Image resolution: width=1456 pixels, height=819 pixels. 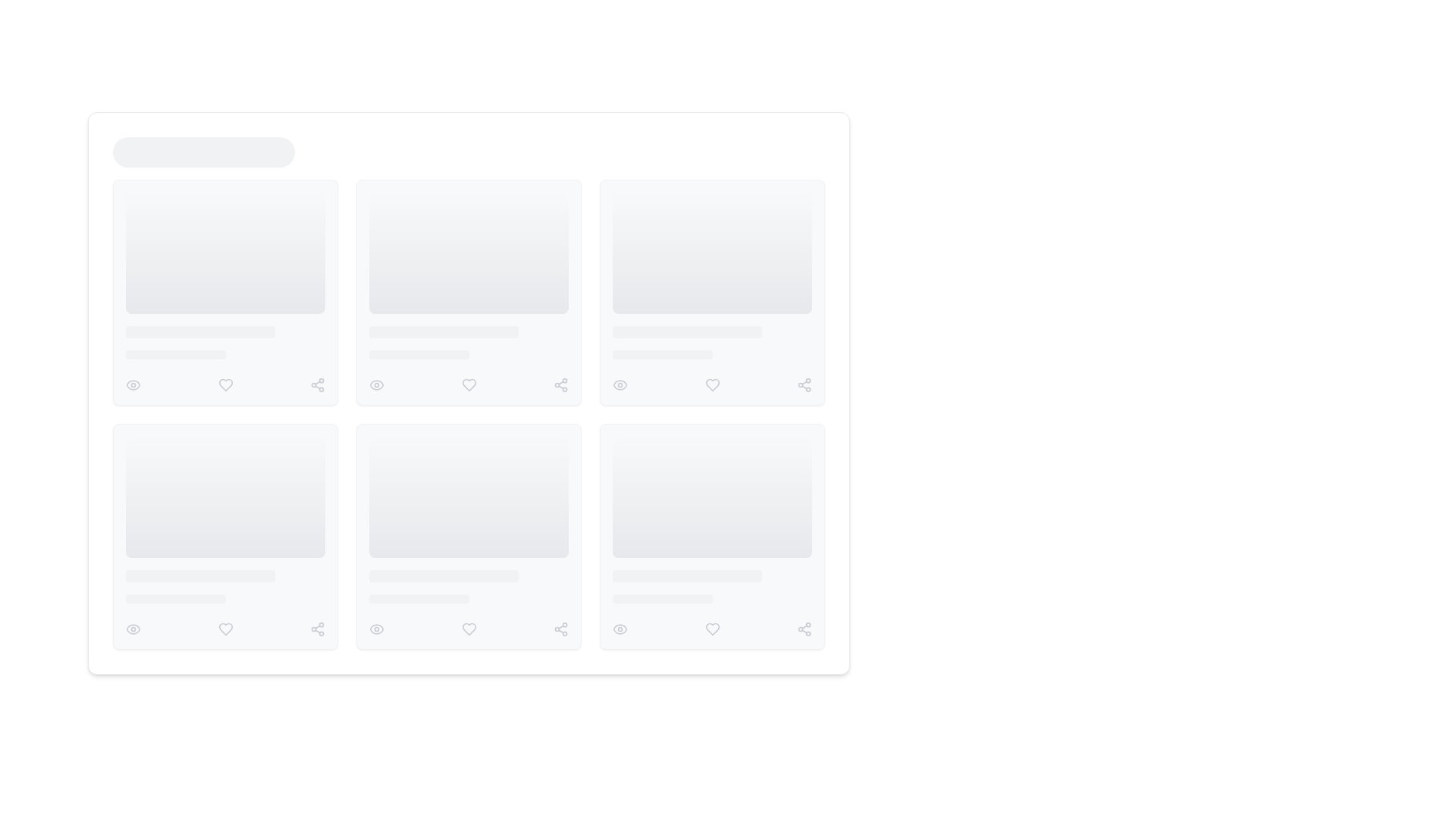 I want to click on the visibility icon located at the bottom left corner of the card layout, which is the leftmost icon in a row of icons including a heart and sharing icon, so click(x=133, y=629).